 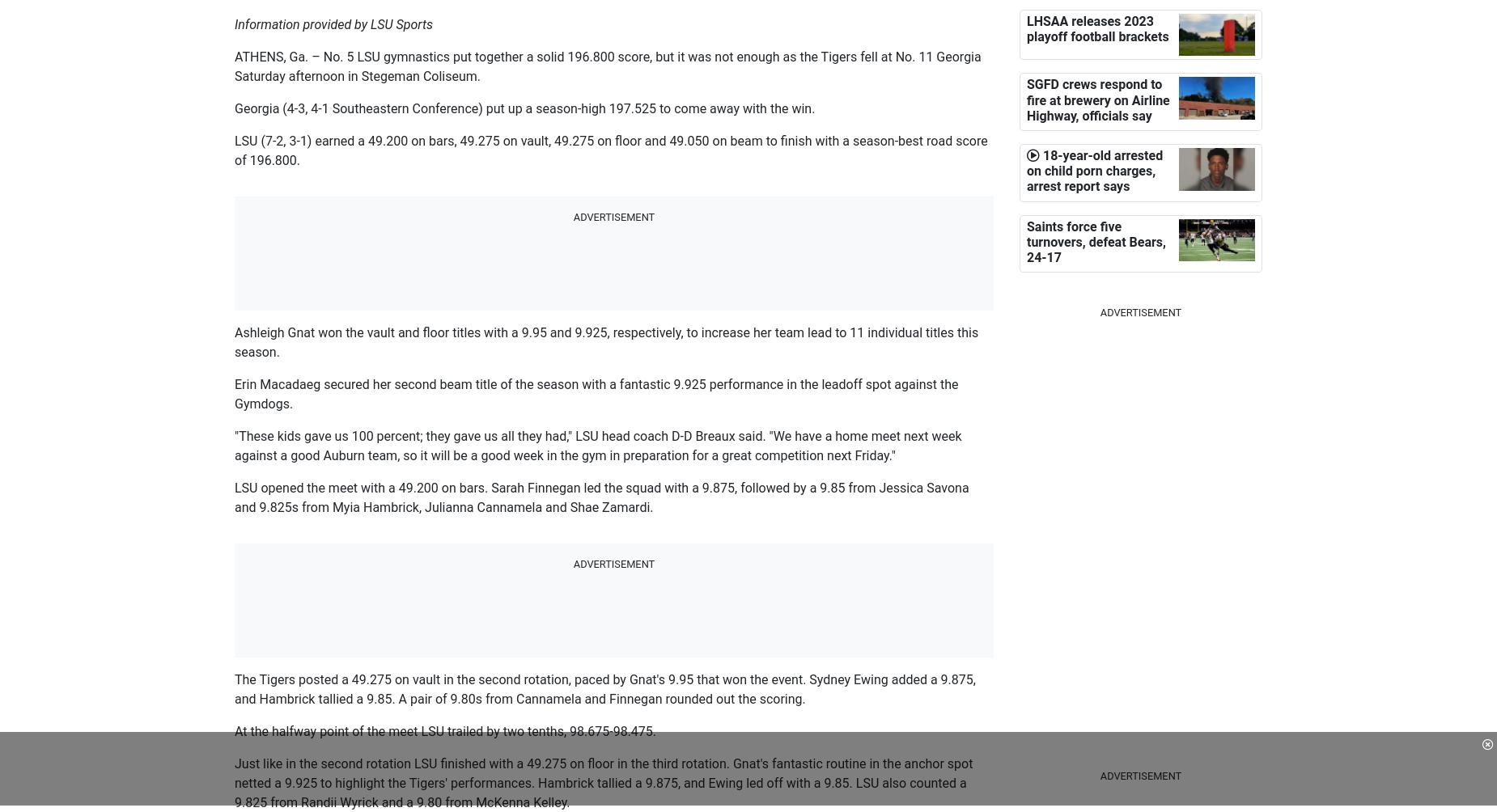 What do you see at coordinates (596, 393) in the screenshot?
I see `'Erin Macadaeg secured her second beam title of the season with a fantastic 9.925 performance in the leadoff spot against the Gymdogs.'` at bounding box center [596, 393].